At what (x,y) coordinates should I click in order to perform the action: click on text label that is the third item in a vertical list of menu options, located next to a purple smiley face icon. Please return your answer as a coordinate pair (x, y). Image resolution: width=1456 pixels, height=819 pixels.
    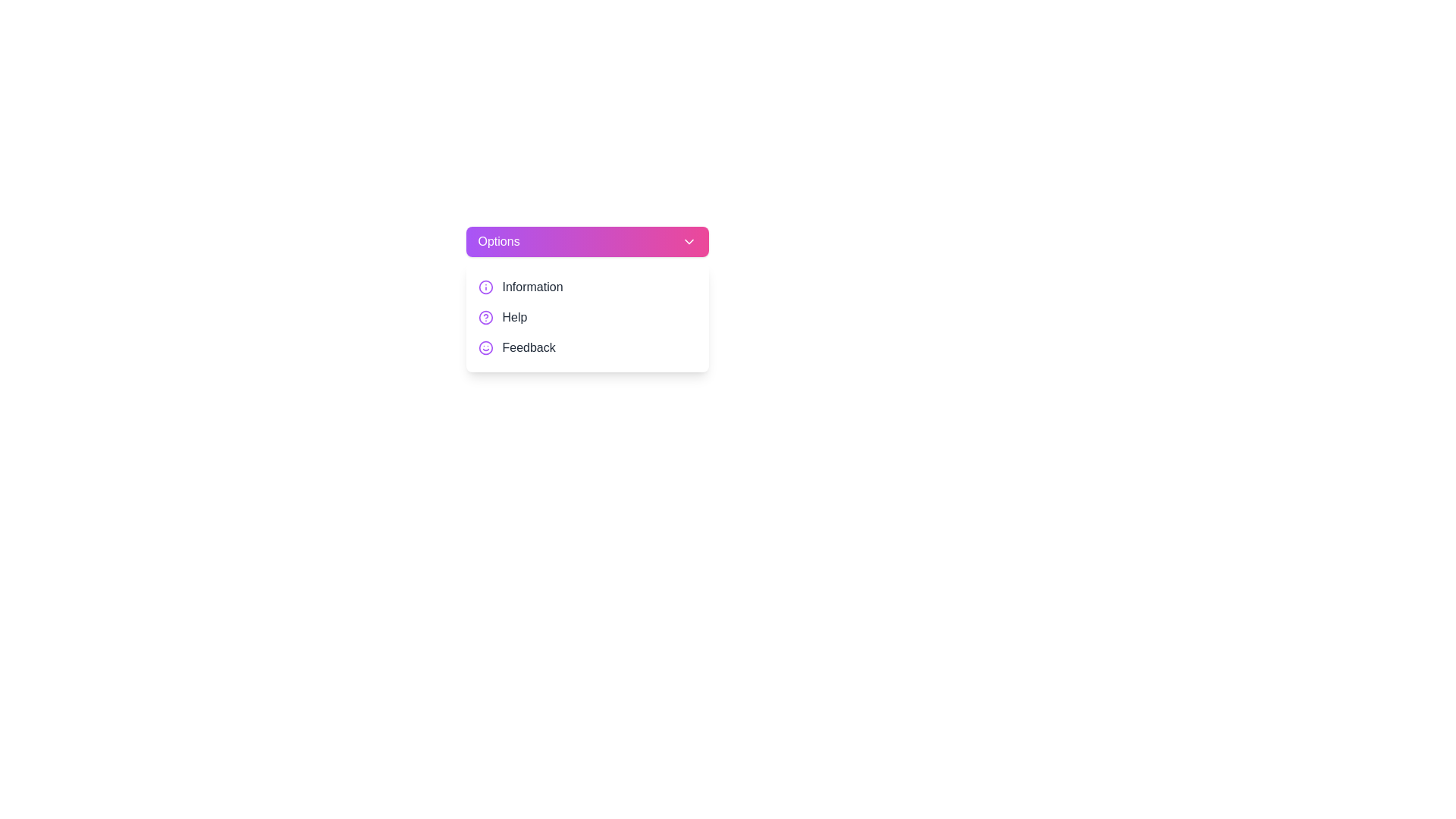
    Looking at the image, I should click on (529, 348).